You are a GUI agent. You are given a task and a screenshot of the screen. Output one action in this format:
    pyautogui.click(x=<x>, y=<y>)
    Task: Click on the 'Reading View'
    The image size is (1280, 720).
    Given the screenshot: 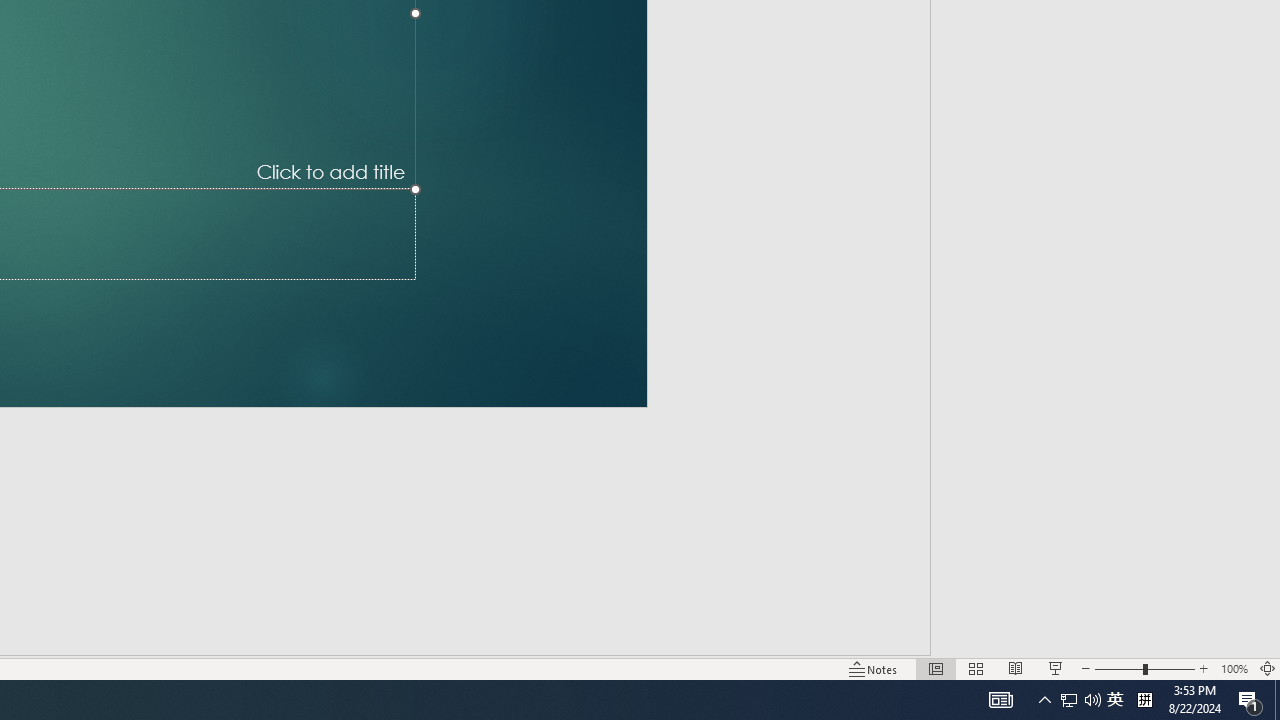 What is the action you would take?
    pyautogui.click(x=1015, y=669)
    